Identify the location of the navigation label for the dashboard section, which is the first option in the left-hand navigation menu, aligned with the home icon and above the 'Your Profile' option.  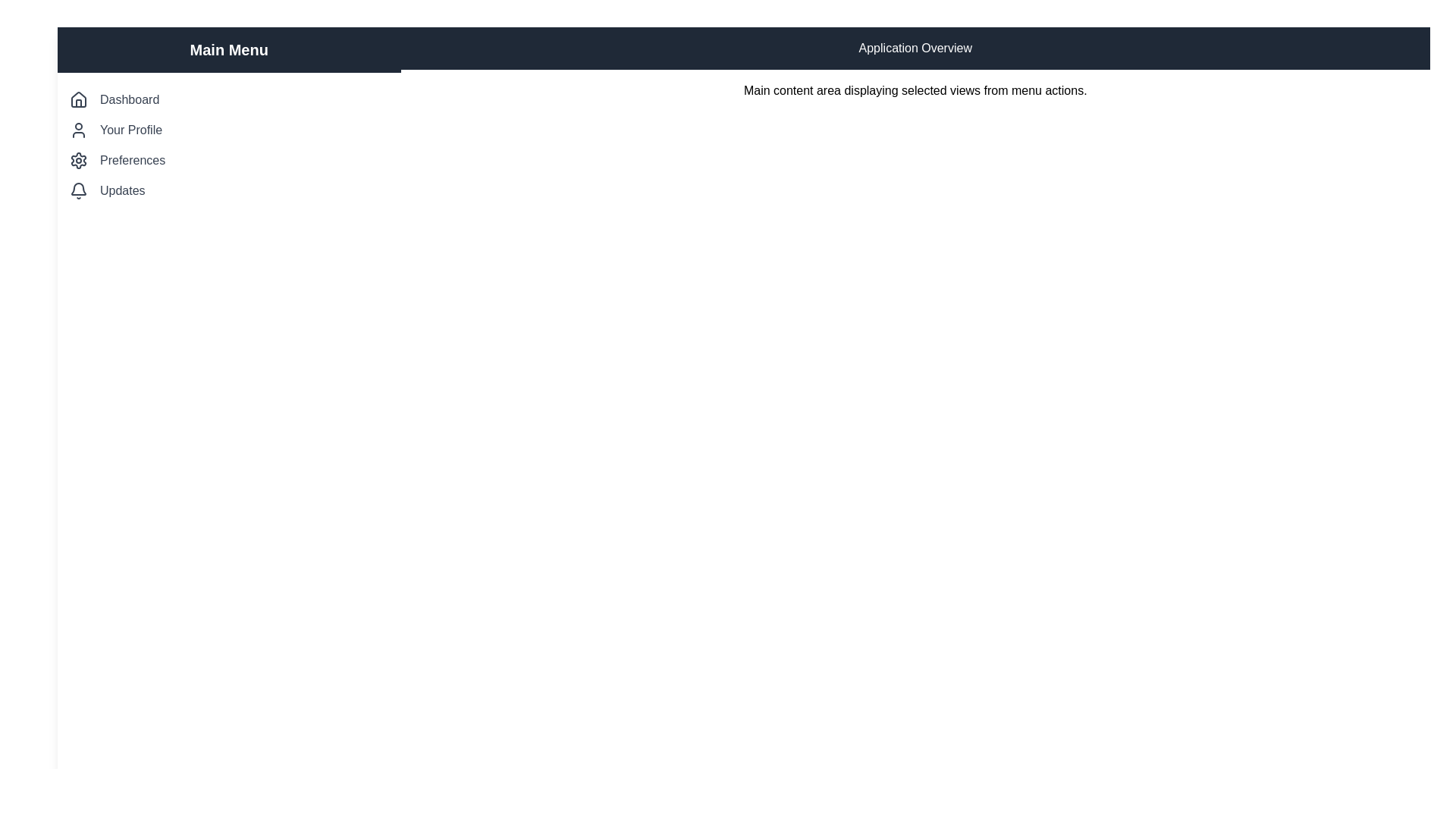
(130, 99).